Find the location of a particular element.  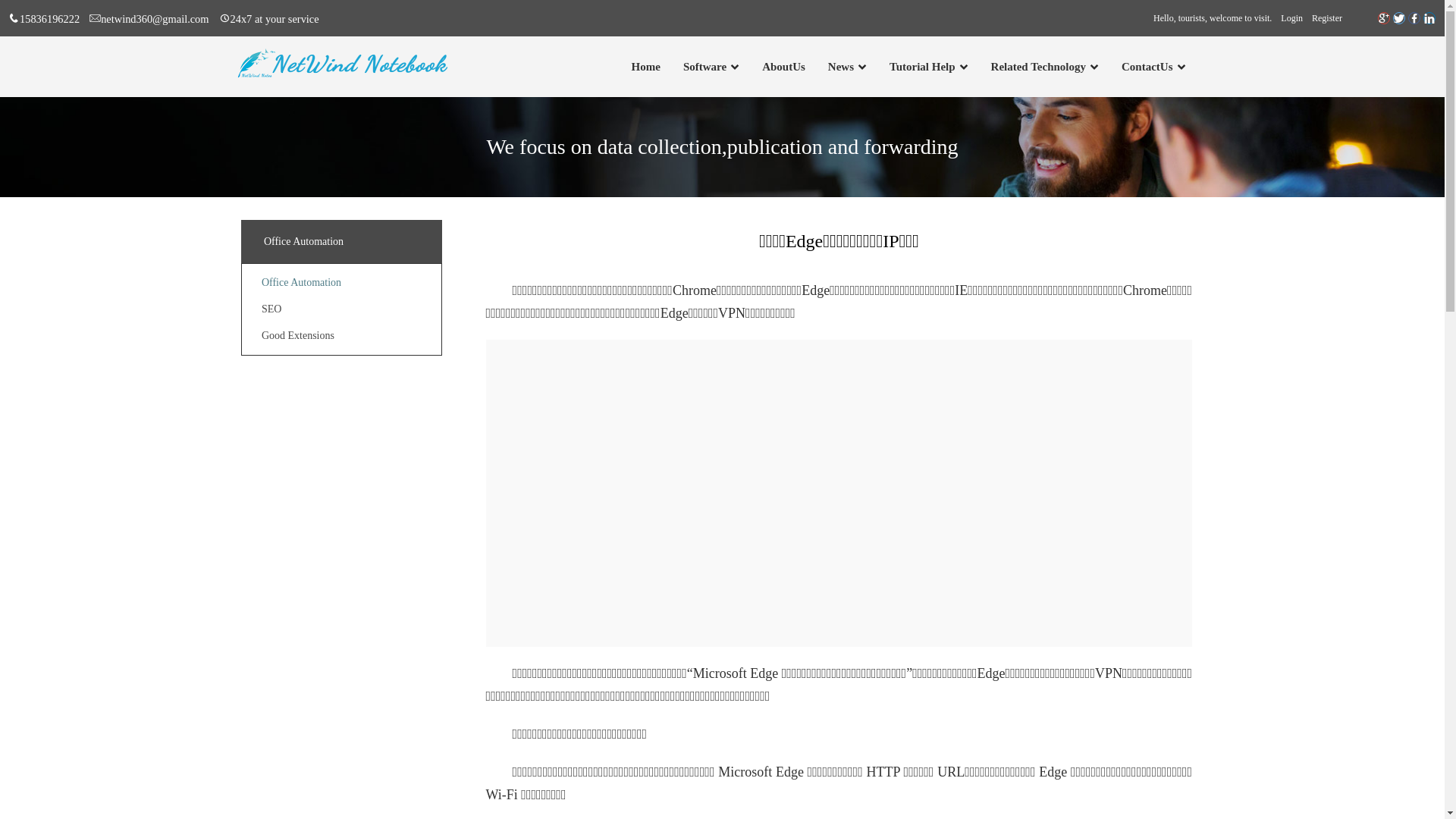

'AboutUs' is located at coordinates (783, 66).